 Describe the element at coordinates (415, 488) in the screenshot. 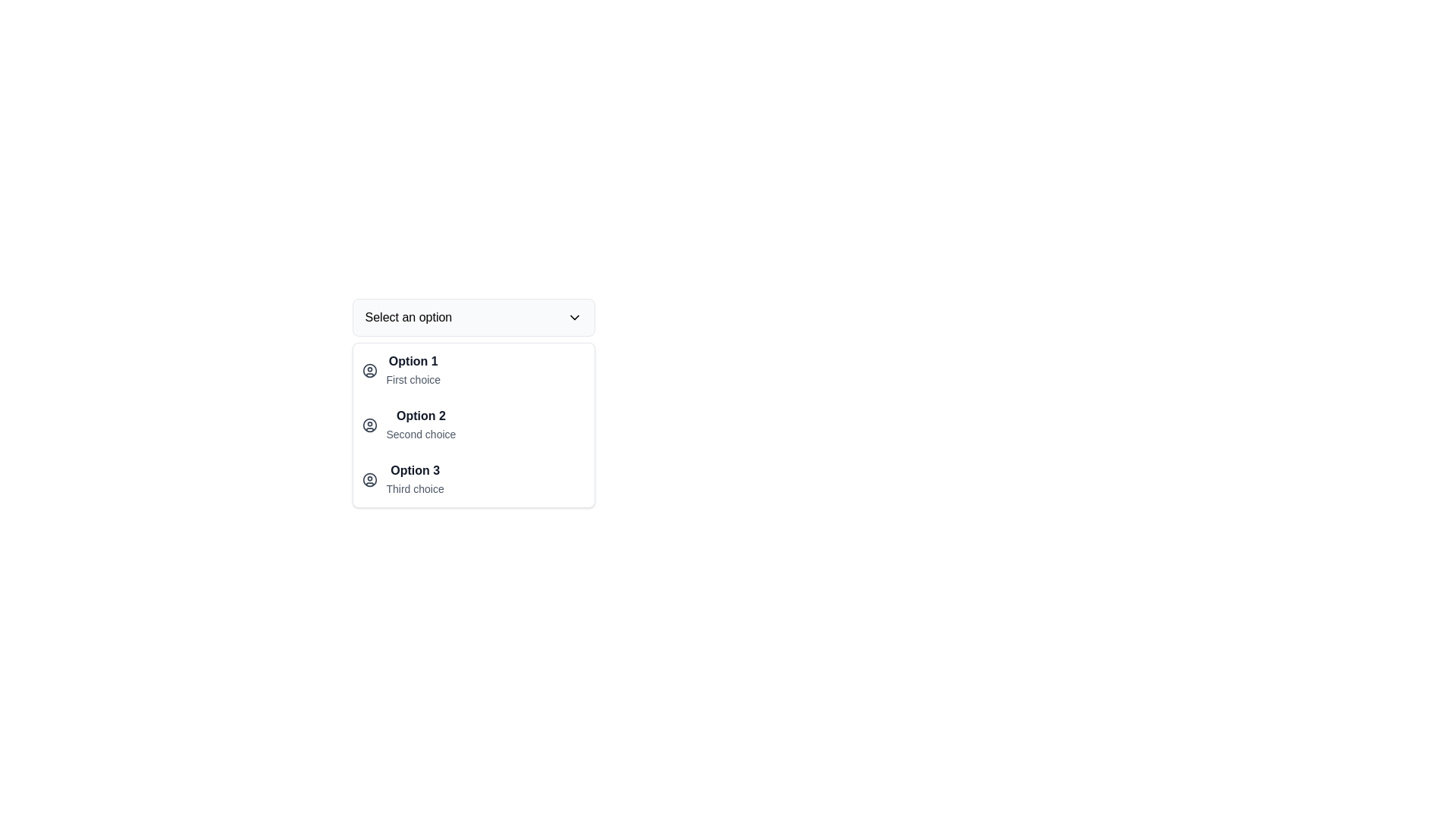

I see `text label that contains 'Third choice', which is styled with a small text size and gray color, located below 'Option 3' in the dropdown menu` at that location.